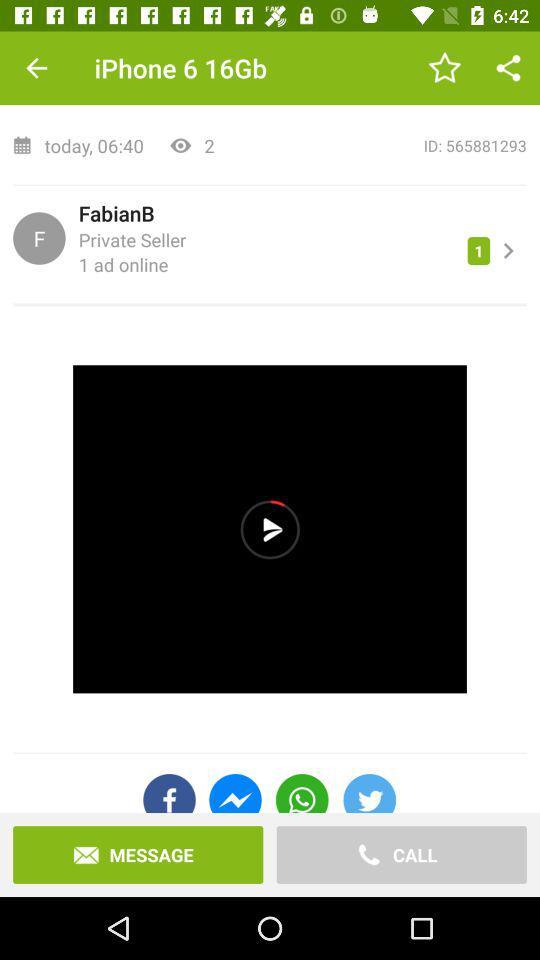  What do you see at coordinates (168, 793) in the screenshot?
I see `the facebook icon` at bounding box center [168, 793].